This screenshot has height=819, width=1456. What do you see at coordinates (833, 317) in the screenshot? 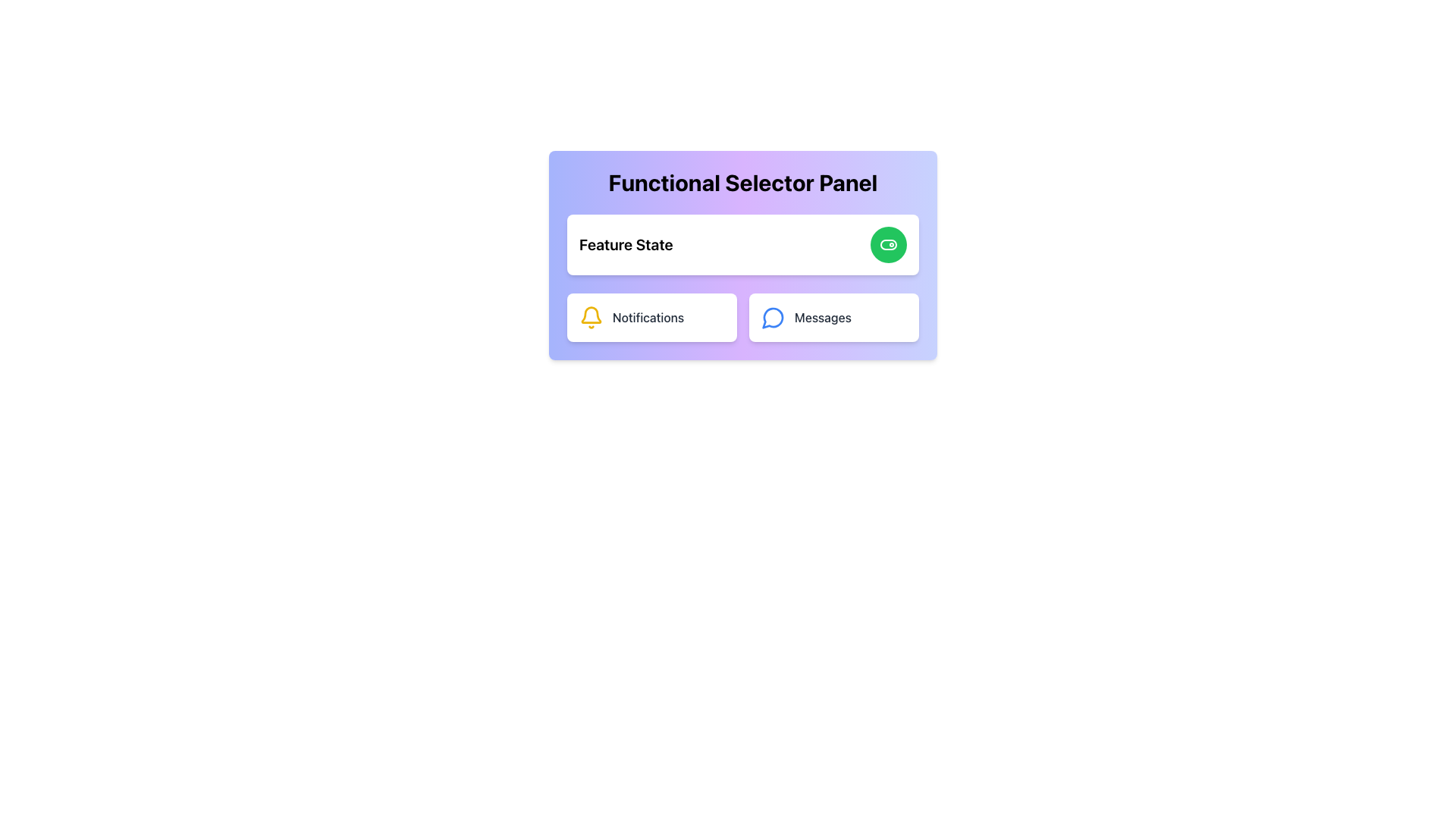
I see `the 'Messages' button, which is the second button in the grid layout, located in the bottom-right corner of the 'Functional Selector Panel'` at bounding box center [833, 317].